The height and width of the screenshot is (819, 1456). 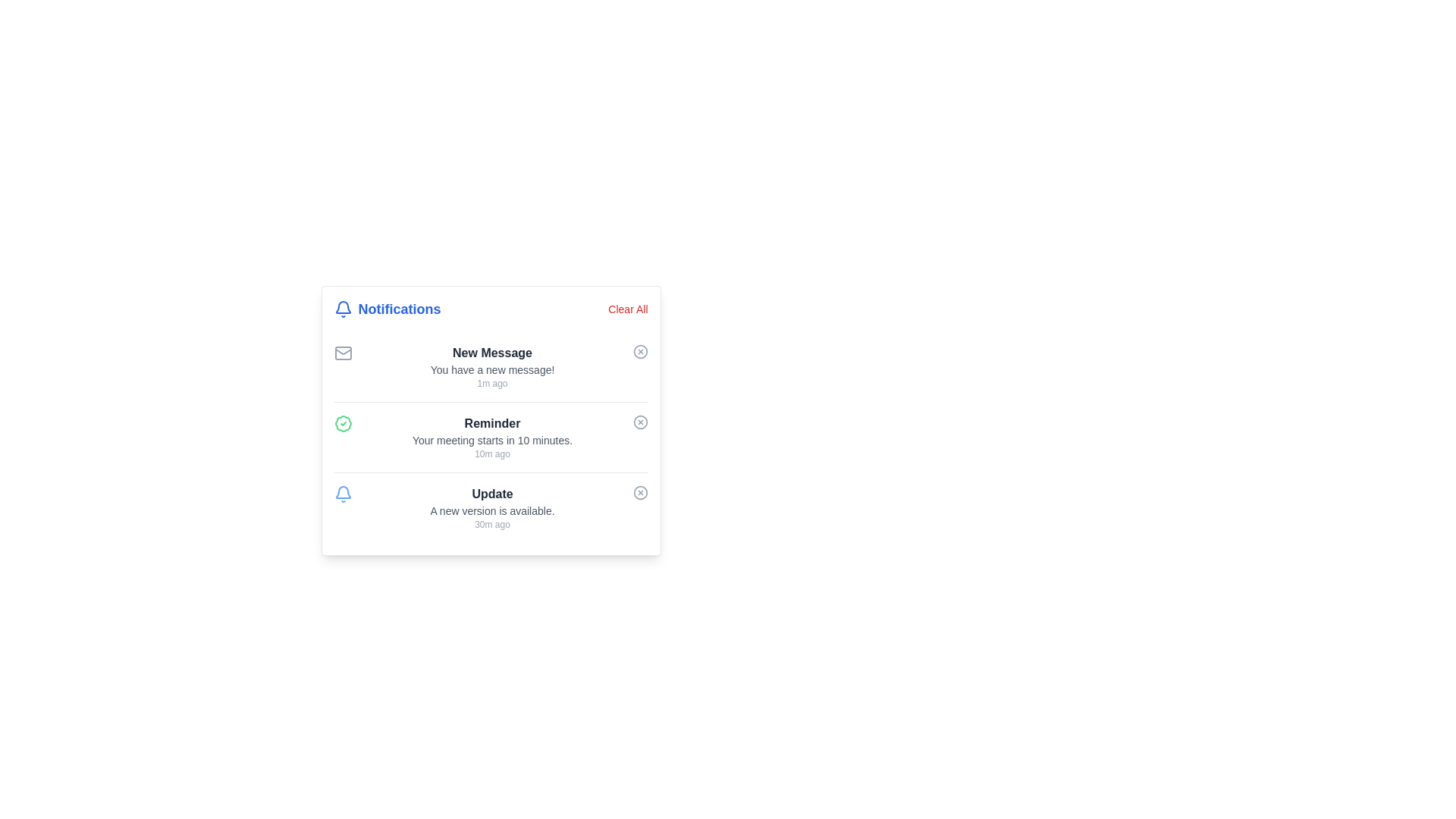 I want to click on the Notification Card displaying a meeting reminder with the title 'Reminder' and text 'Your meeting starts in 10 minutes.', so click(x=491, y=437).